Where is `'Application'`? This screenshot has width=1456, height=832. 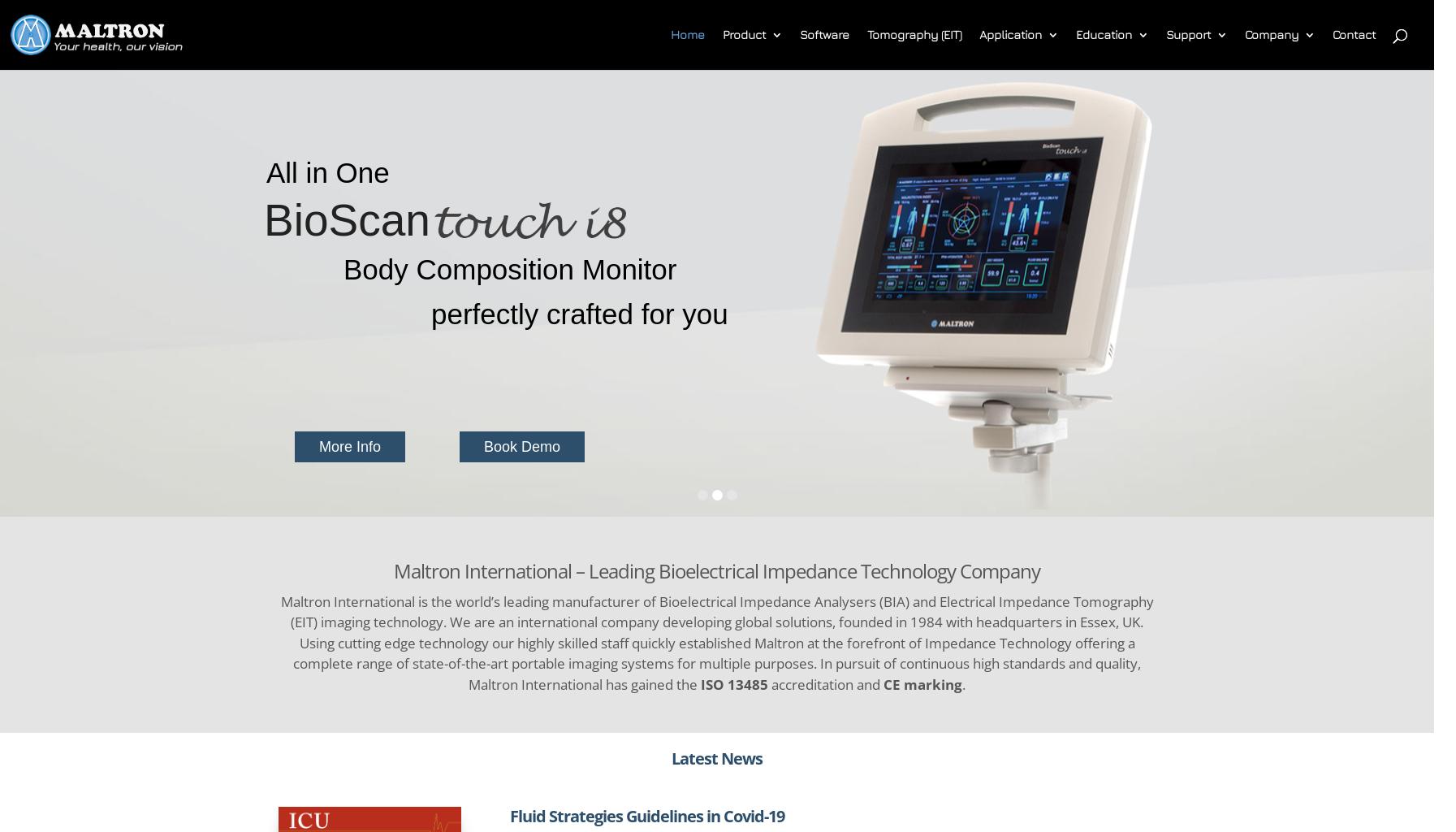 'Application' is located at coordinates (1010, 34).